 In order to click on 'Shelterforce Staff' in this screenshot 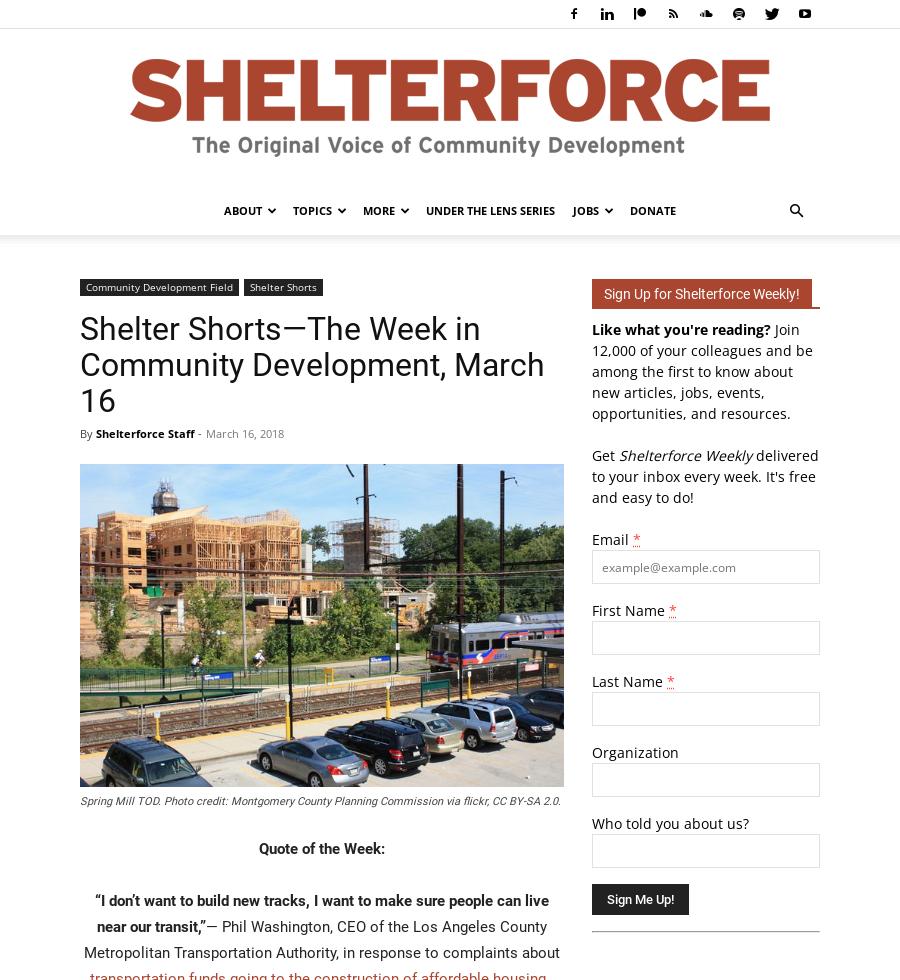, I will do `click(145, 433)`.